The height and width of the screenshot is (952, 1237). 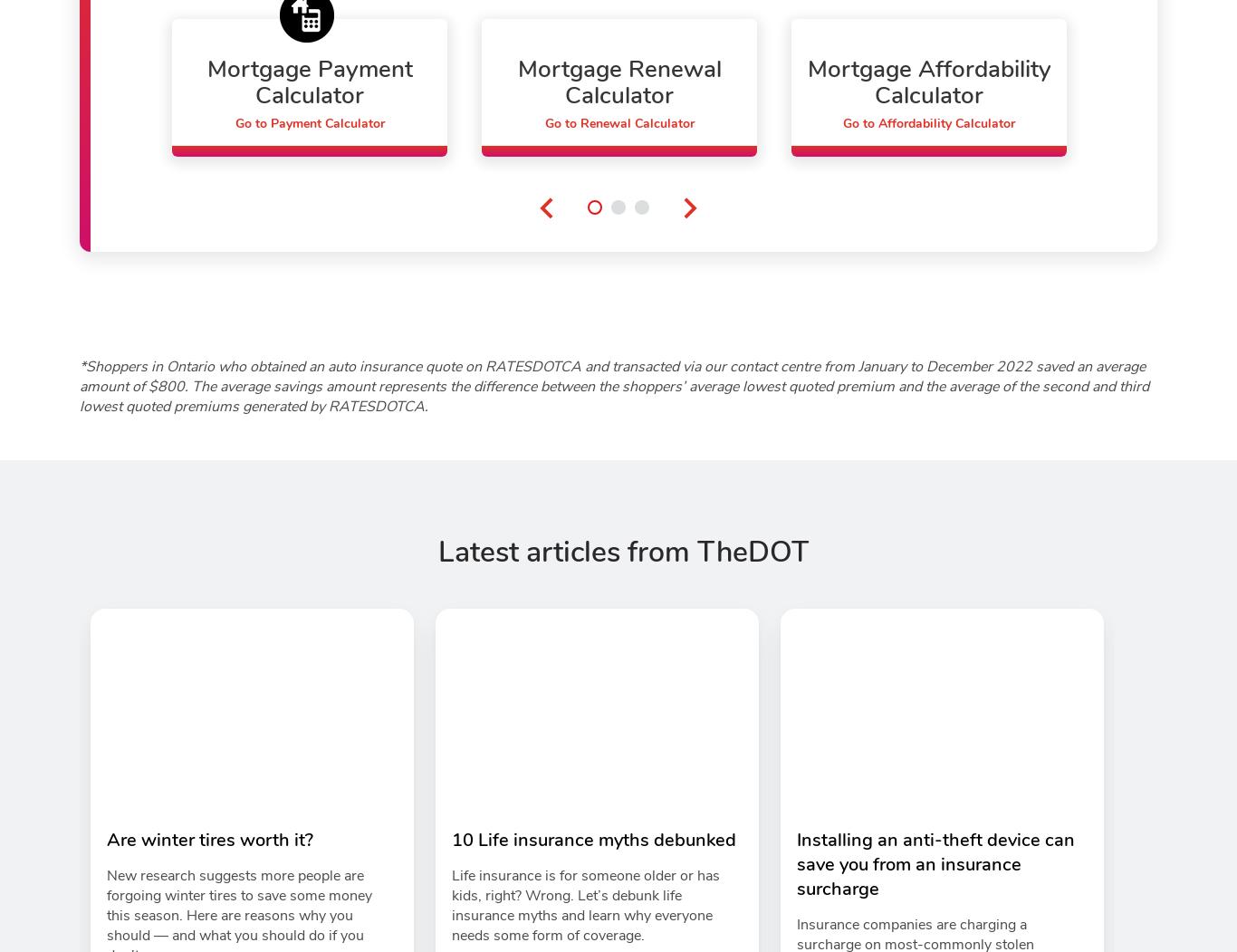 I want to click on 'Mortgage Renewal Calculator', so click(x=618, y=81).